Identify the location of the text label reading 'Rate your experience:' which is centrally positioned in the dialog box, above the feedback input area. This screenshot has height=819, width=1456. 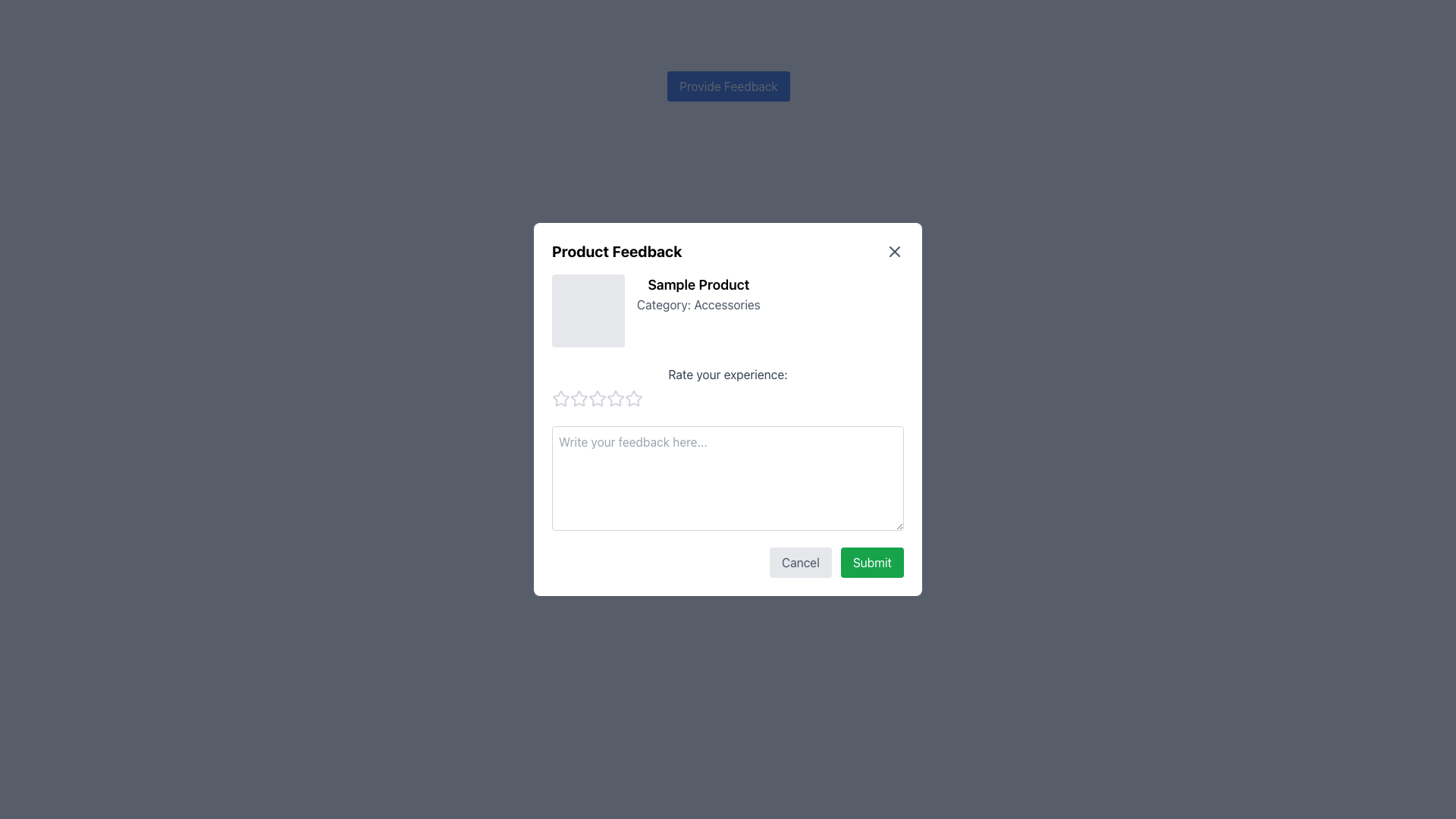
(728, 385).